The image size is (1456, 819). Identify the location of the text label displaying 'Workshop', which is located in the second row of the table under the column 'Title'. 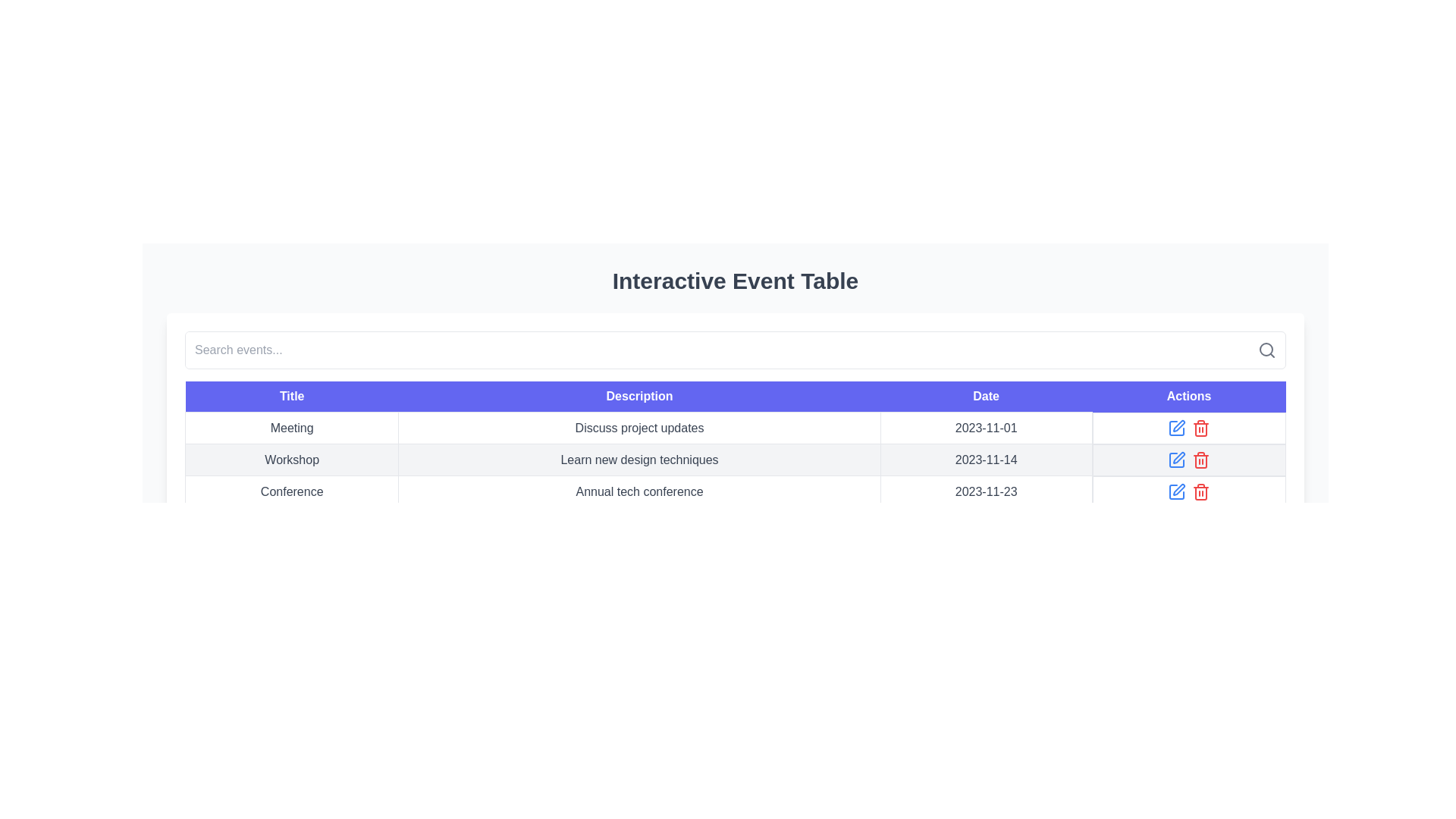
(292, 459).